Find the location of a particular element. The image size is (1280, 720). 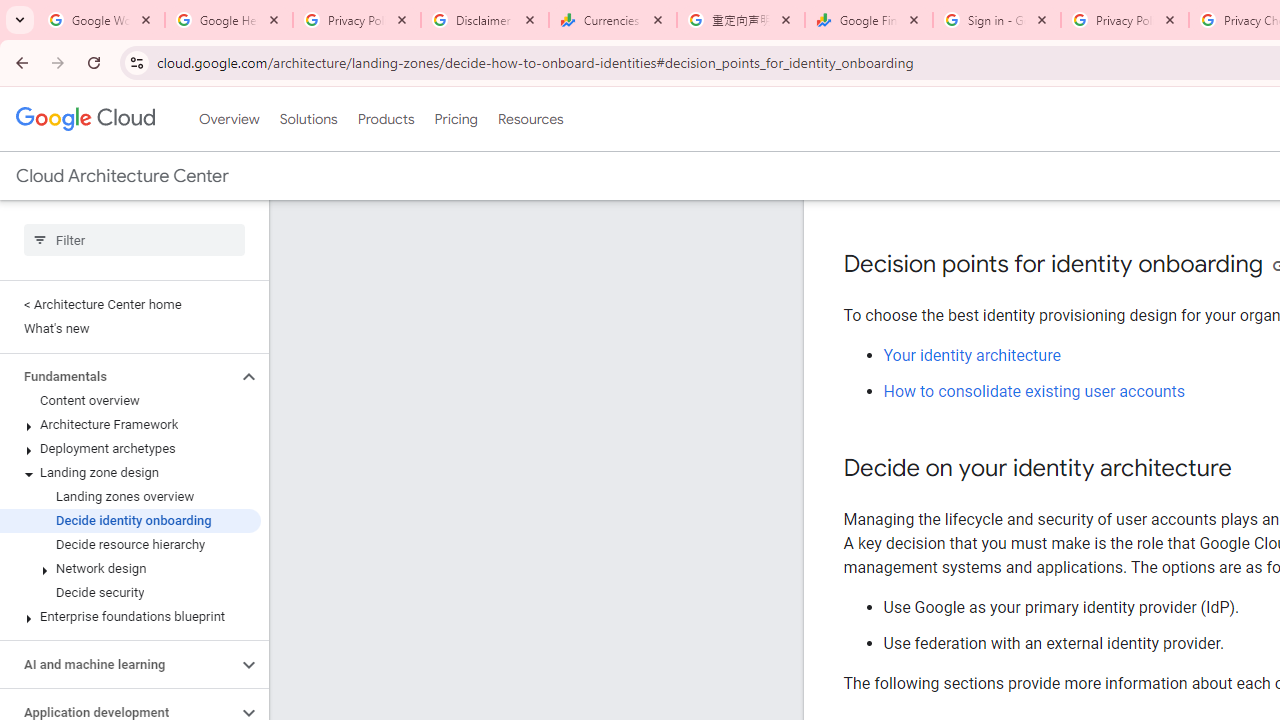

'Landing zones overview' is located at coordinates (129, 496).